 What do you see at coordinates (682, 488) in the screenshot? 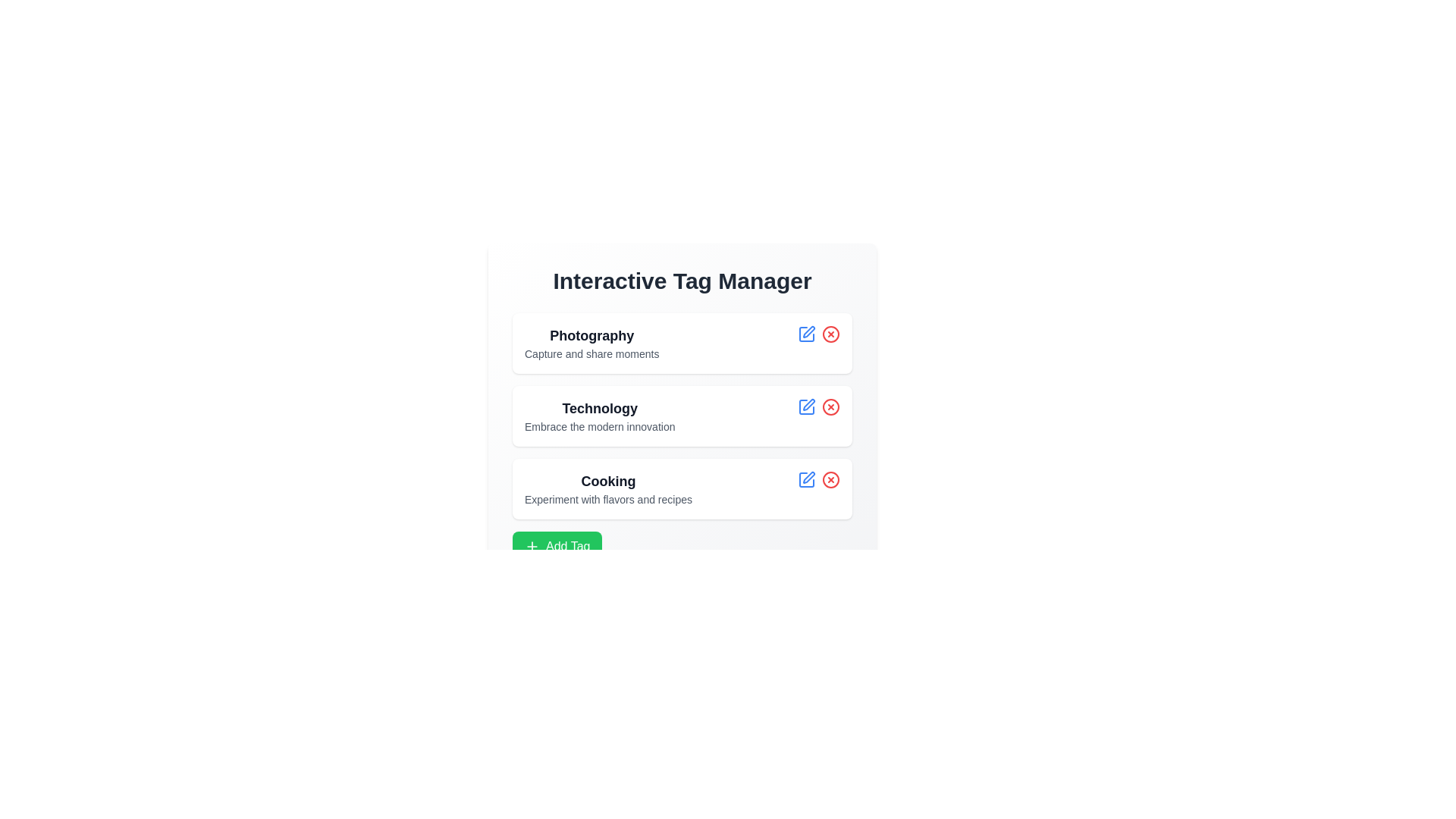
I see `description text 'Experiment with flavors and recipes' below the title 'Cooking' on the third List card with actions in the 'Interactive Tag Manager'` at bounding box center [682, 488].